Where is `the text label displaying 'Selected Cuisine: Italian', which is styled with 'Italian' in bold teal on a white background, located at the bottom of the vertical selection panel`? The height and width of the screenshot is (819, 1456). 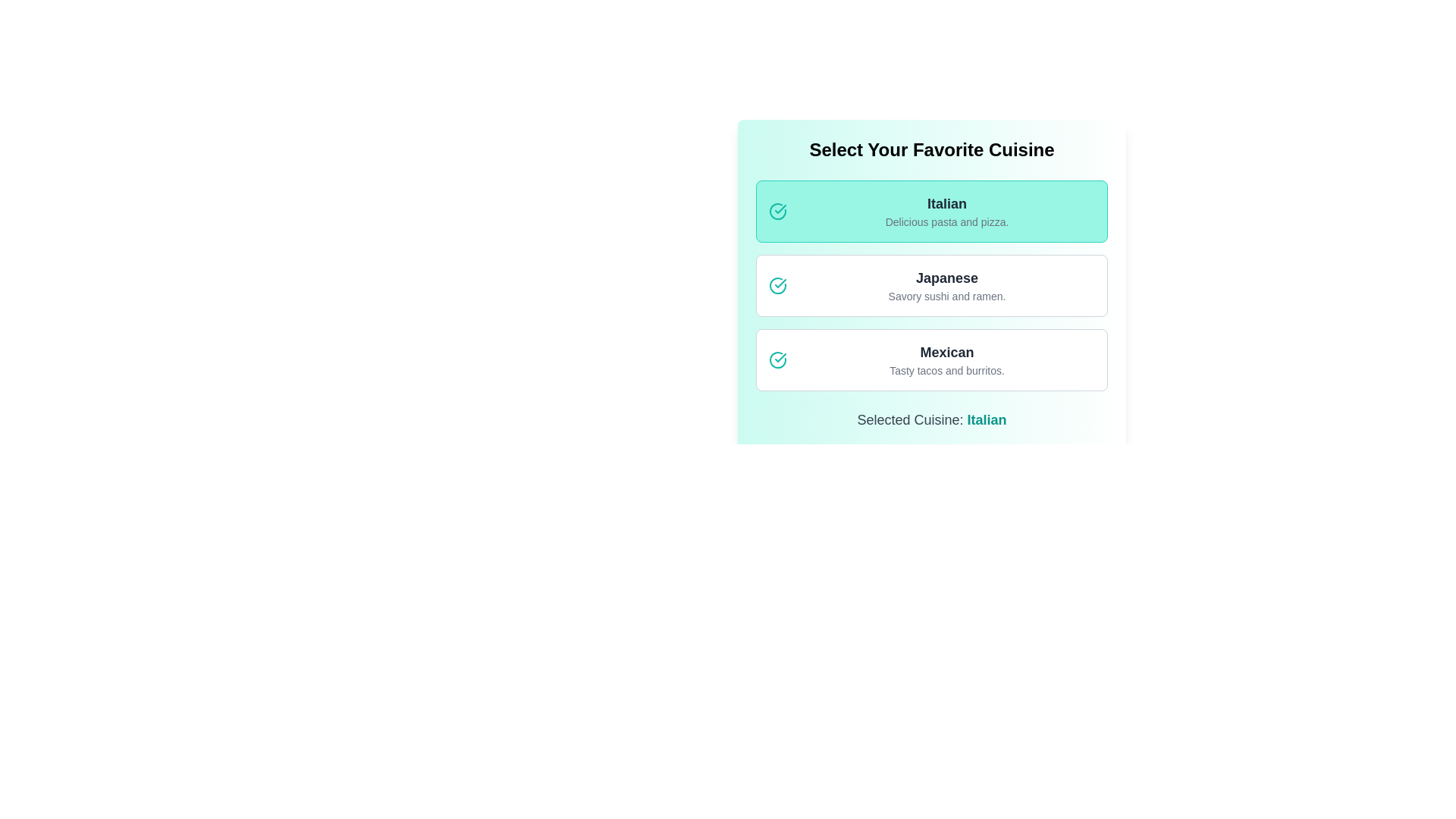
the text label displaying 'Selected Cuisine: Italian', which is styled with 'Italian' in bold teal on a white background, located at the bottom of the vertical selection panel is located at coordinates (930, 420).